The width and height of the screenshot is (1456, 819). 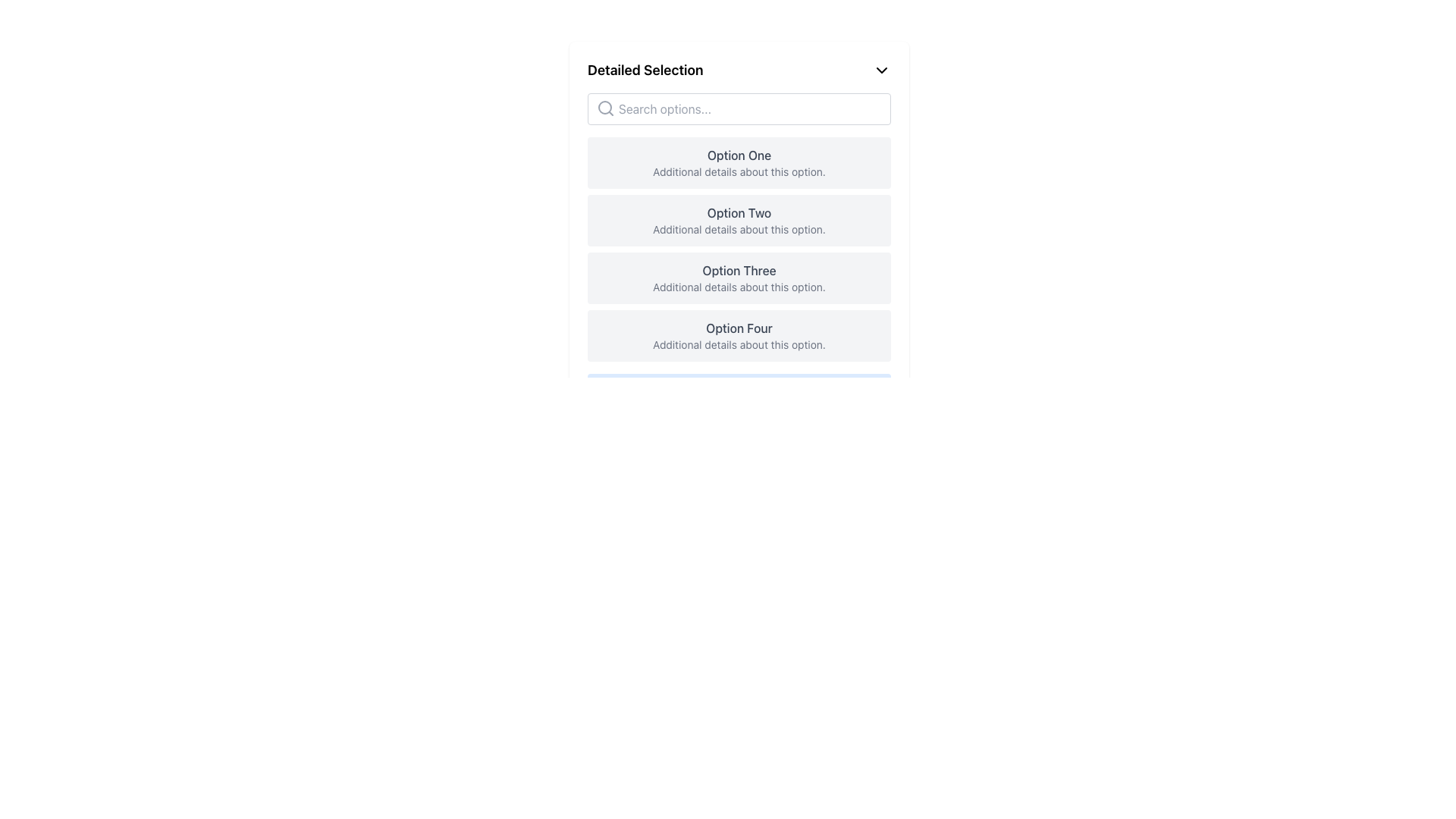 What do you see at coordinates (604, 107) in the screenshot?
I see `the magnifying glass icon located at the top-left corner inside the search bar of the 'Detailed Selection' section, which is the first interactive component under its title` at bounding box center [604, 107].